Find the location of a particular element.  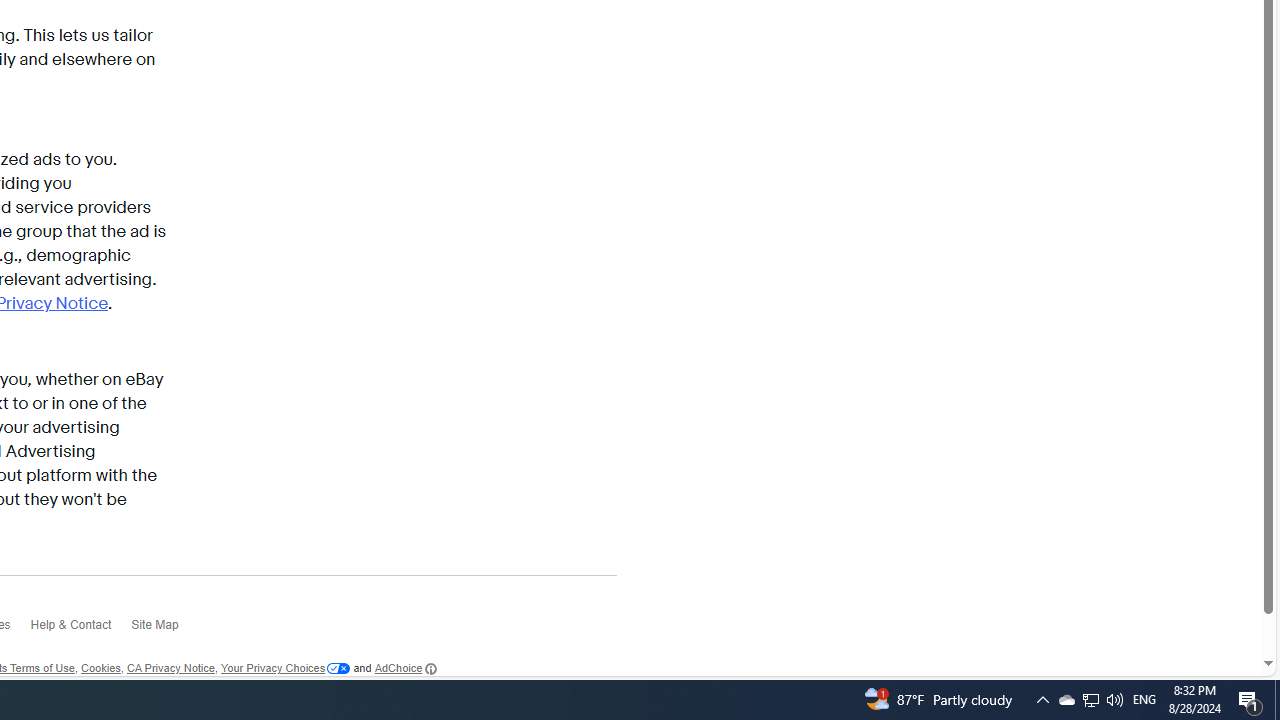

'Help & Contact' is located at coordinates (80, 630).